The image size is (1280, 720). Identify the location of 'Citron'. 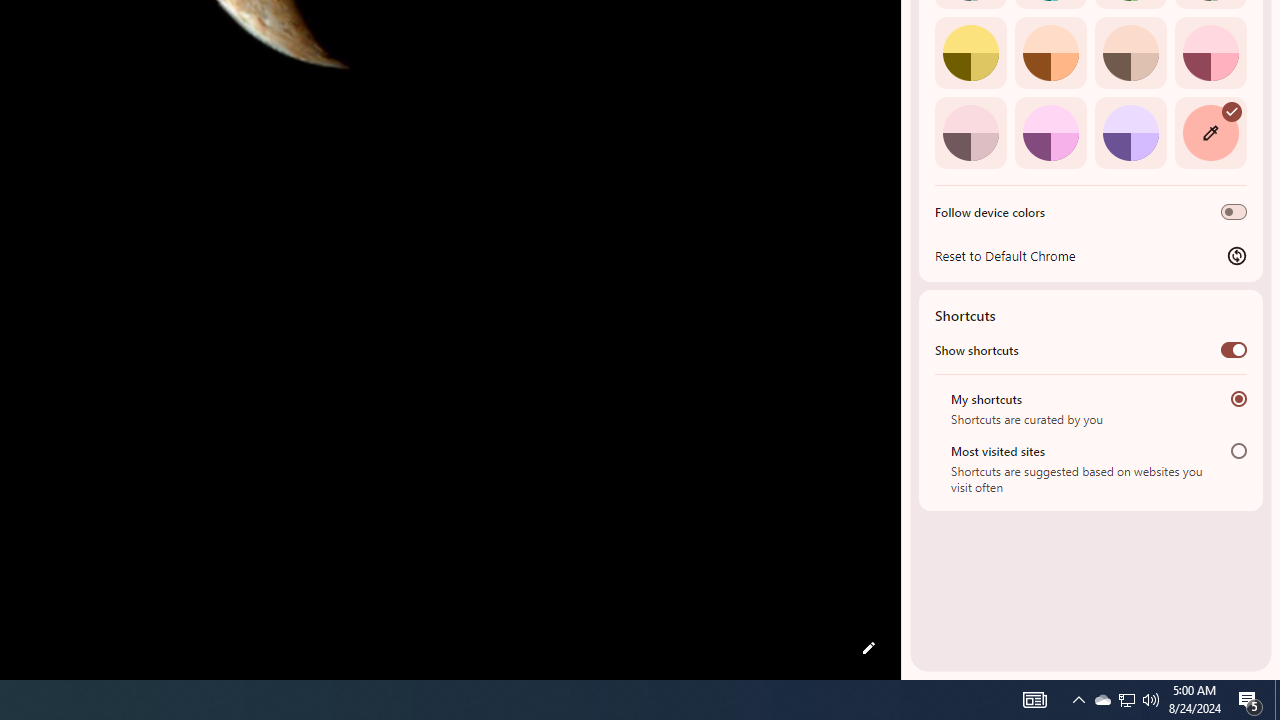
(970, 51).